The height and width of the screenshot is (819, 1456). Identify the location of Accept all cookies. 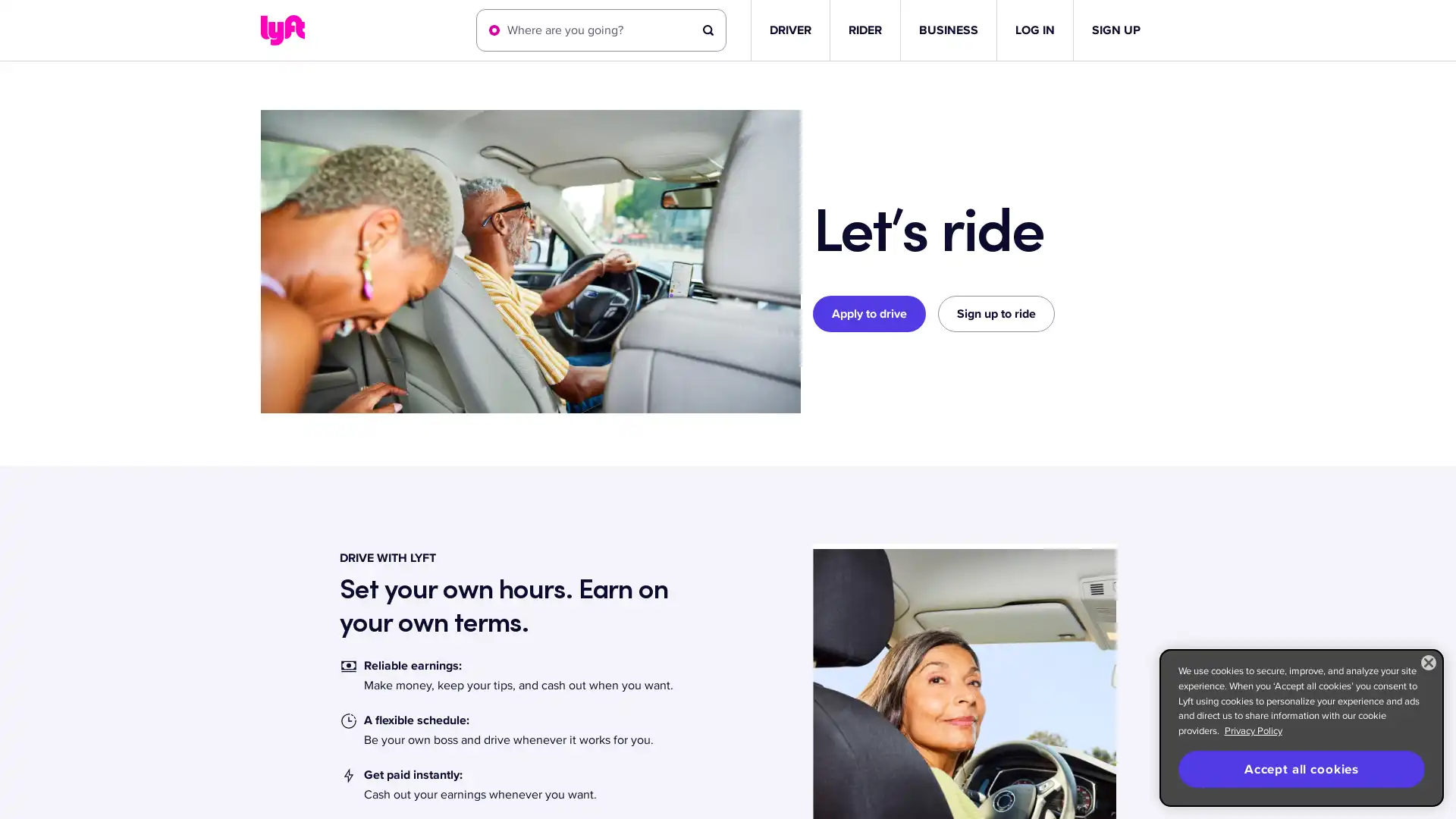
(1301, 769).